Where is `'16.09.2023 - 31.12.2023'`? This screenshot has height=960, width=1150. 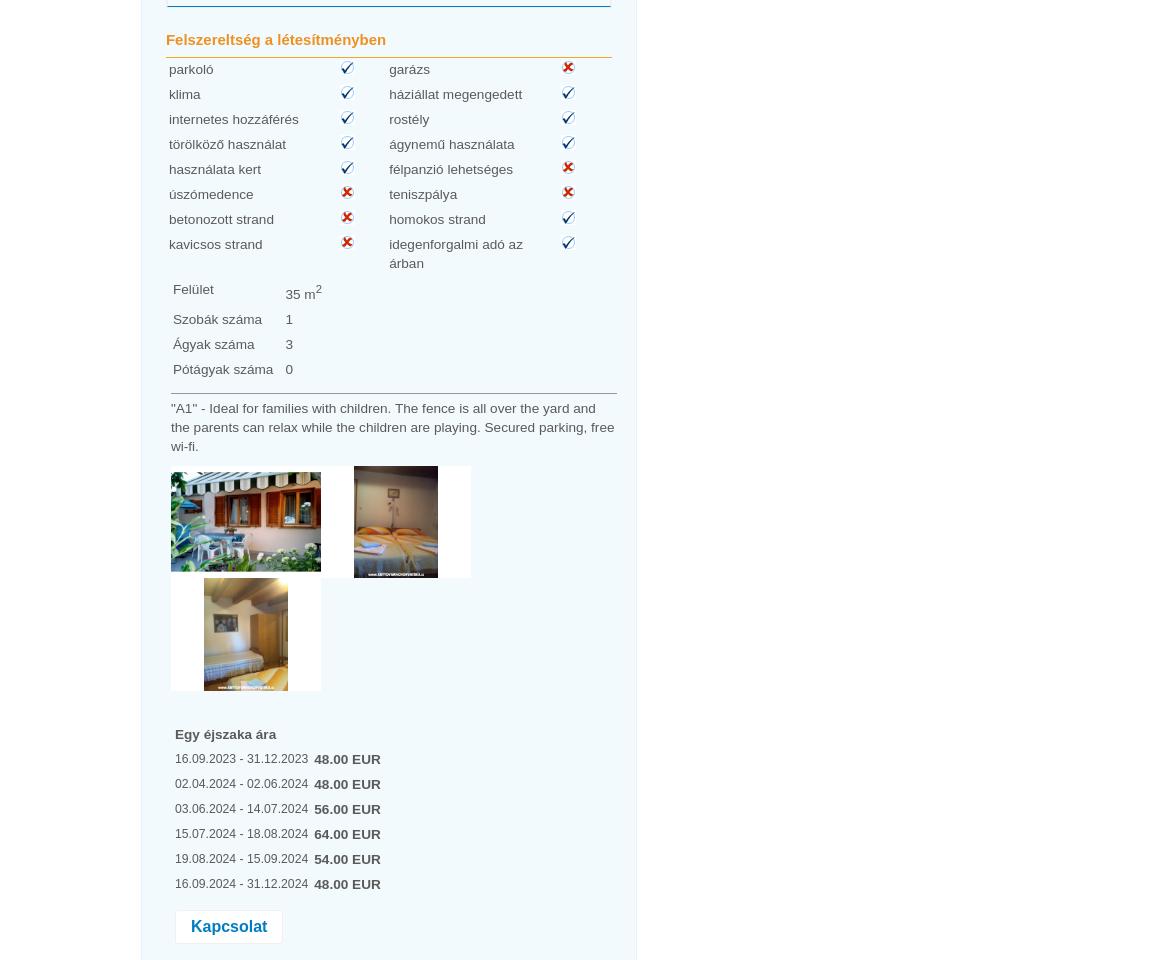
'16.09.2023 - 31.12.2023' is located at coordinates (240, 757).